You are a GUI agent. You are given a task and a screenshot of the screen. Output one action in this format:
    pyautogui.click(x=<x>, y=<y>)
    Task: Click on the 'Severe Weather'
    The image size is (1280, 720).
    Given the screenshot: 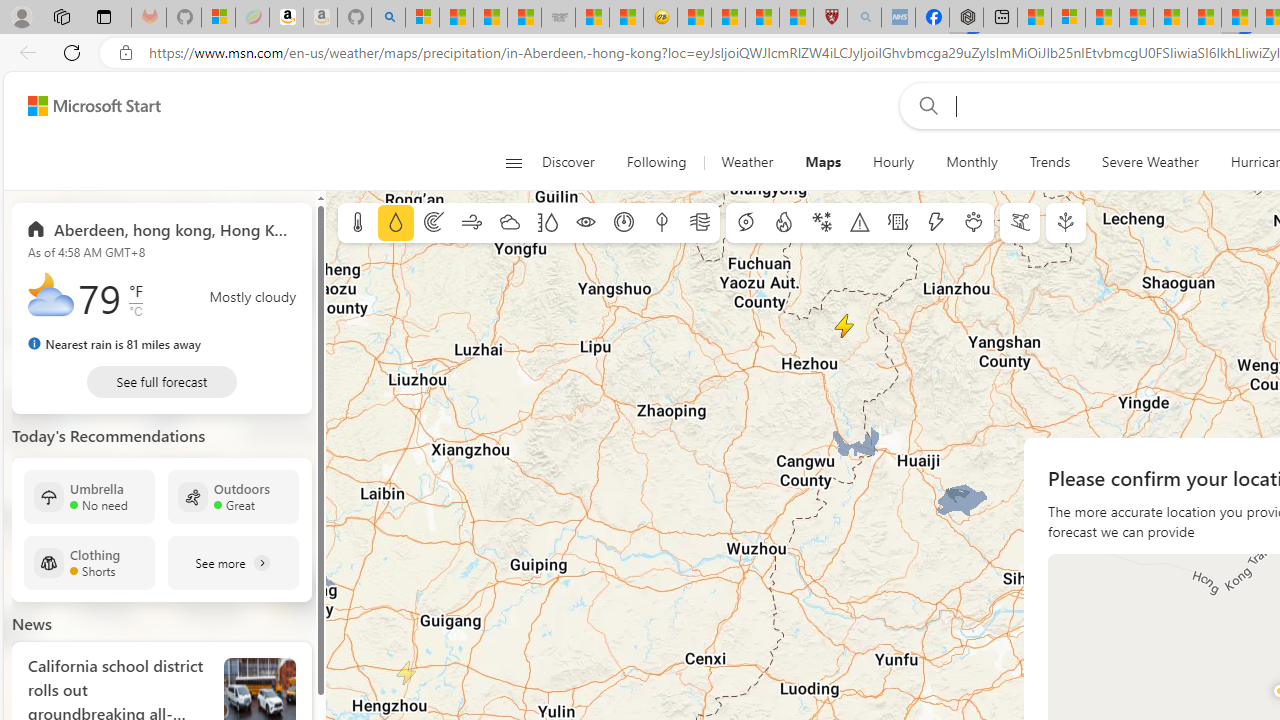 What is the action you would take?
    pyautogui.click(x=1150, y=162)
    